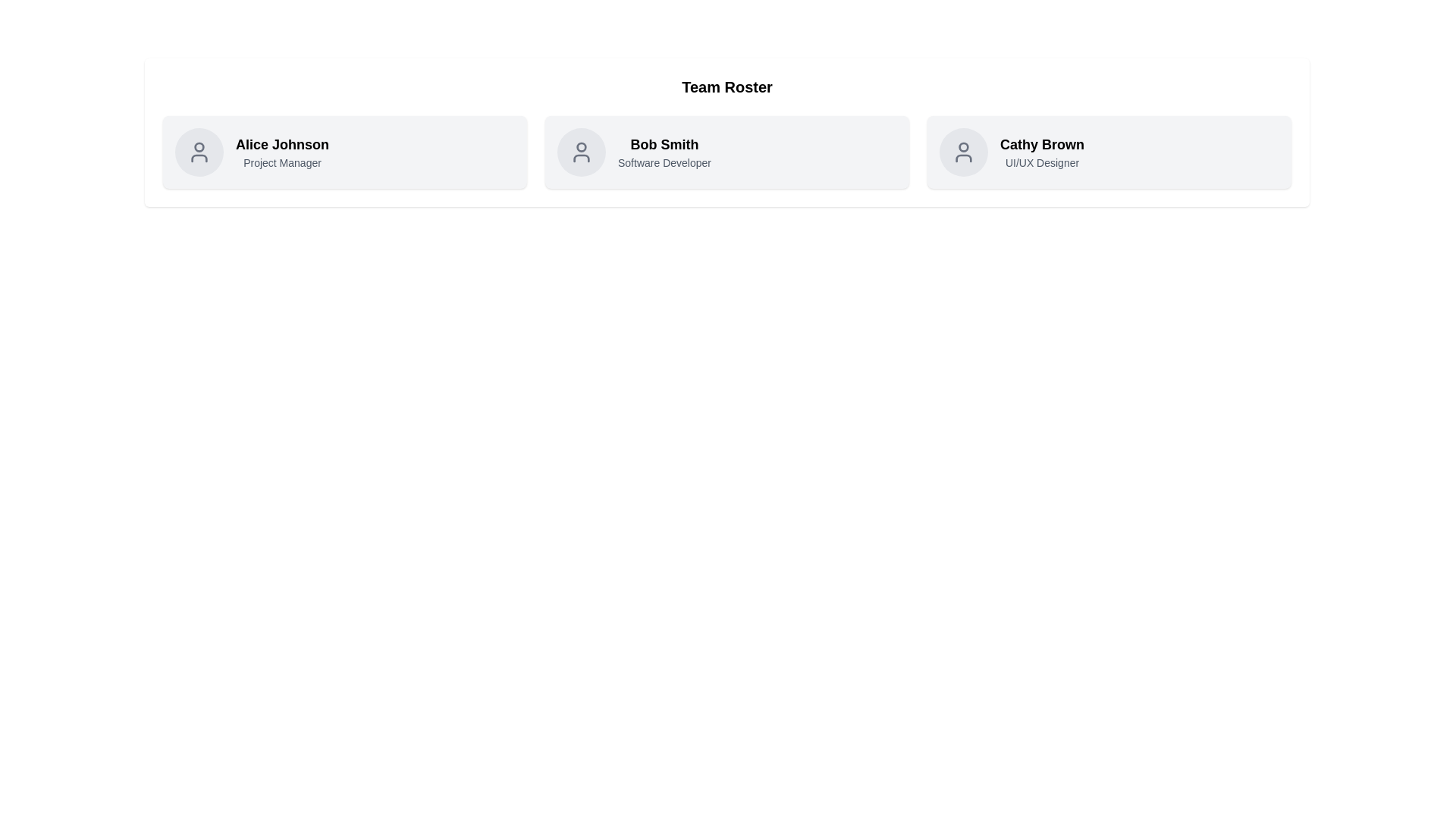  What do you see at coordinates (581, 146) in the screenshot?
I see `the decorative circle in the user profile icon for 'Bob Smith - Software Developer'` at bounding box center [581, 146].